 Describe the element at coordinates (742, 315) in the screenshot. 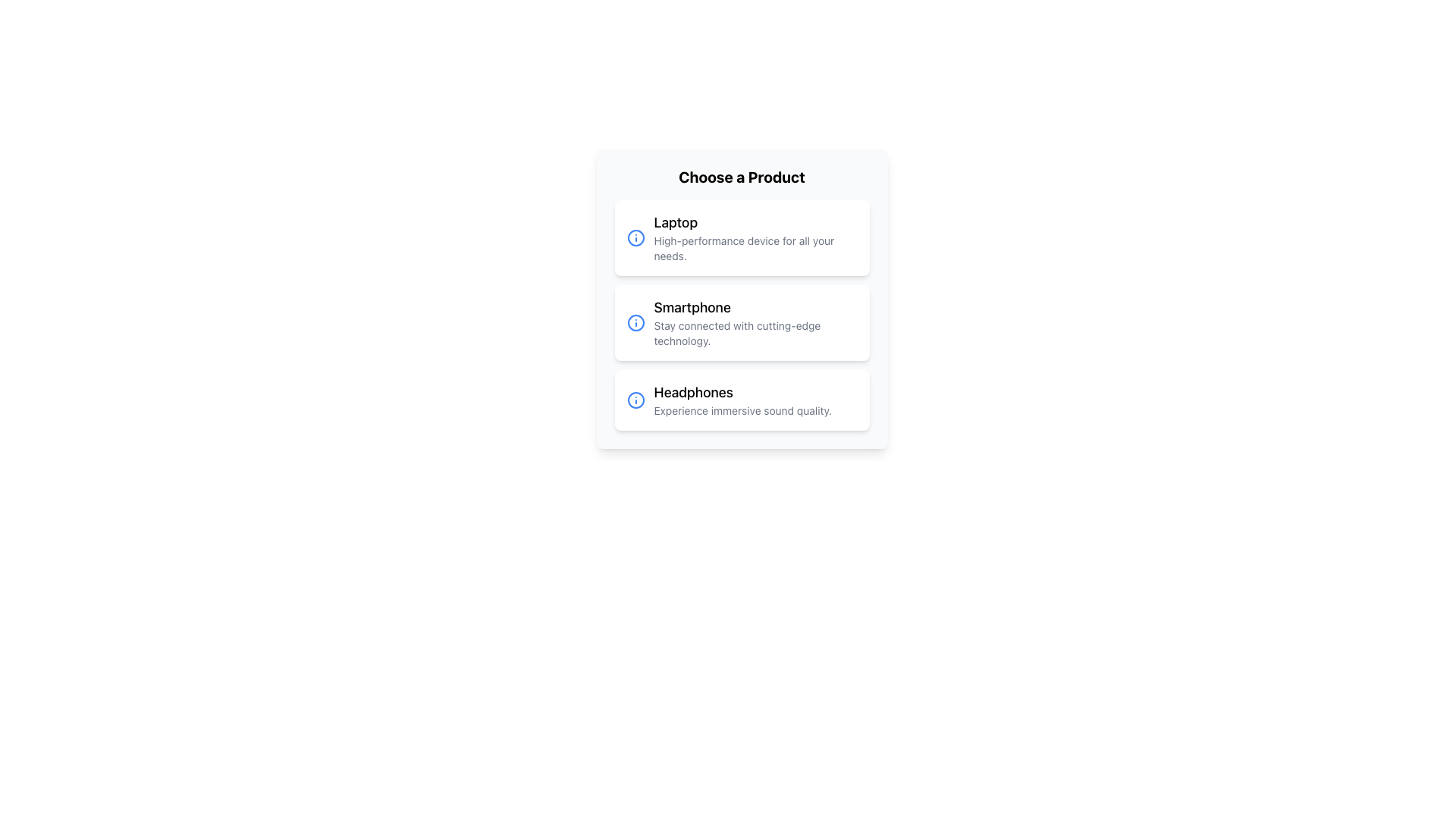

I see `the 'Smartphone' selection card in the product list to navigate via keyboard` at that location.